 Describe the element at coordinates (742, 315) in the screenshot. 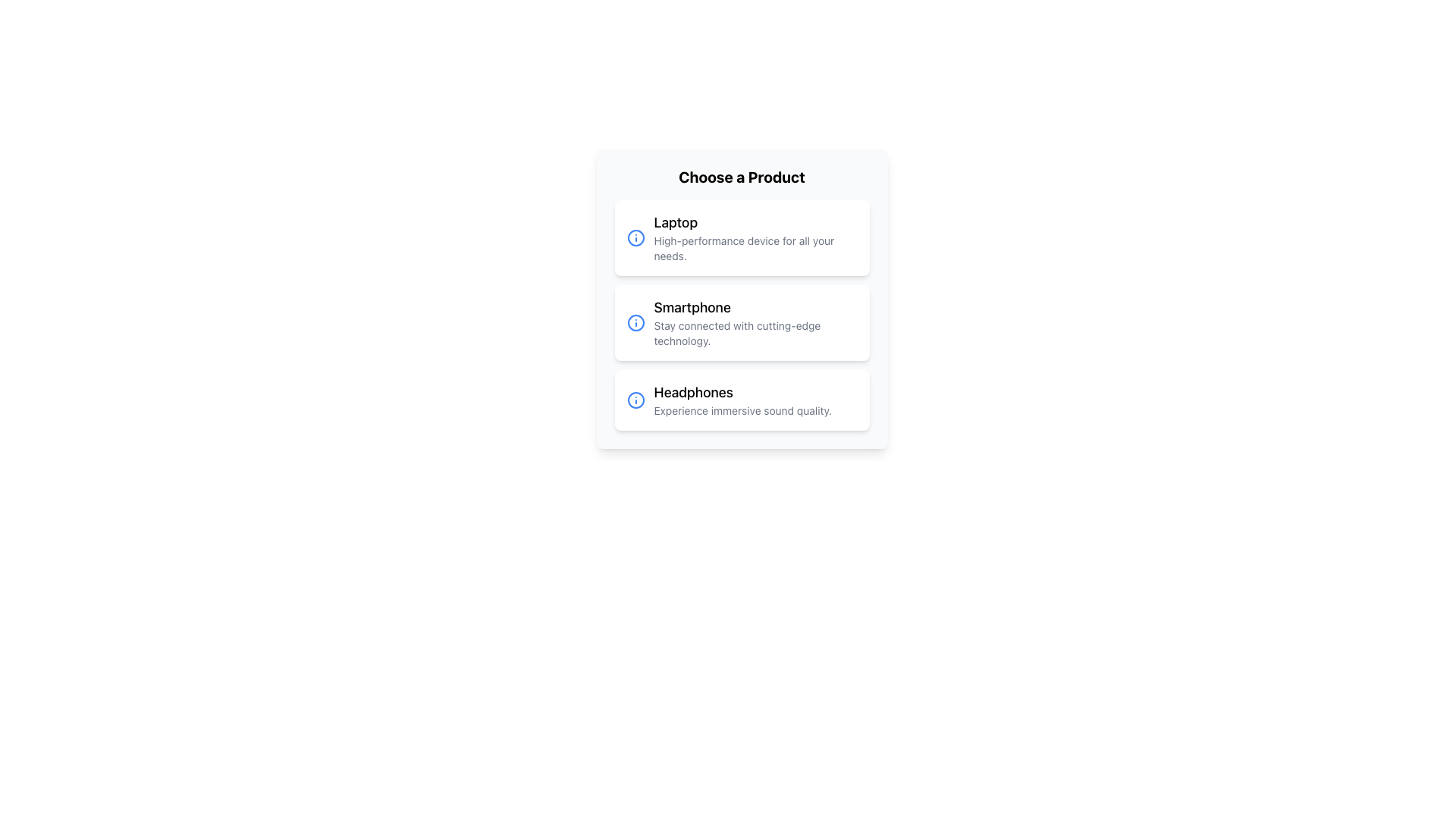

I see `the 'Smartphone' selection card in the product list to navigate via keyboard` at that location.